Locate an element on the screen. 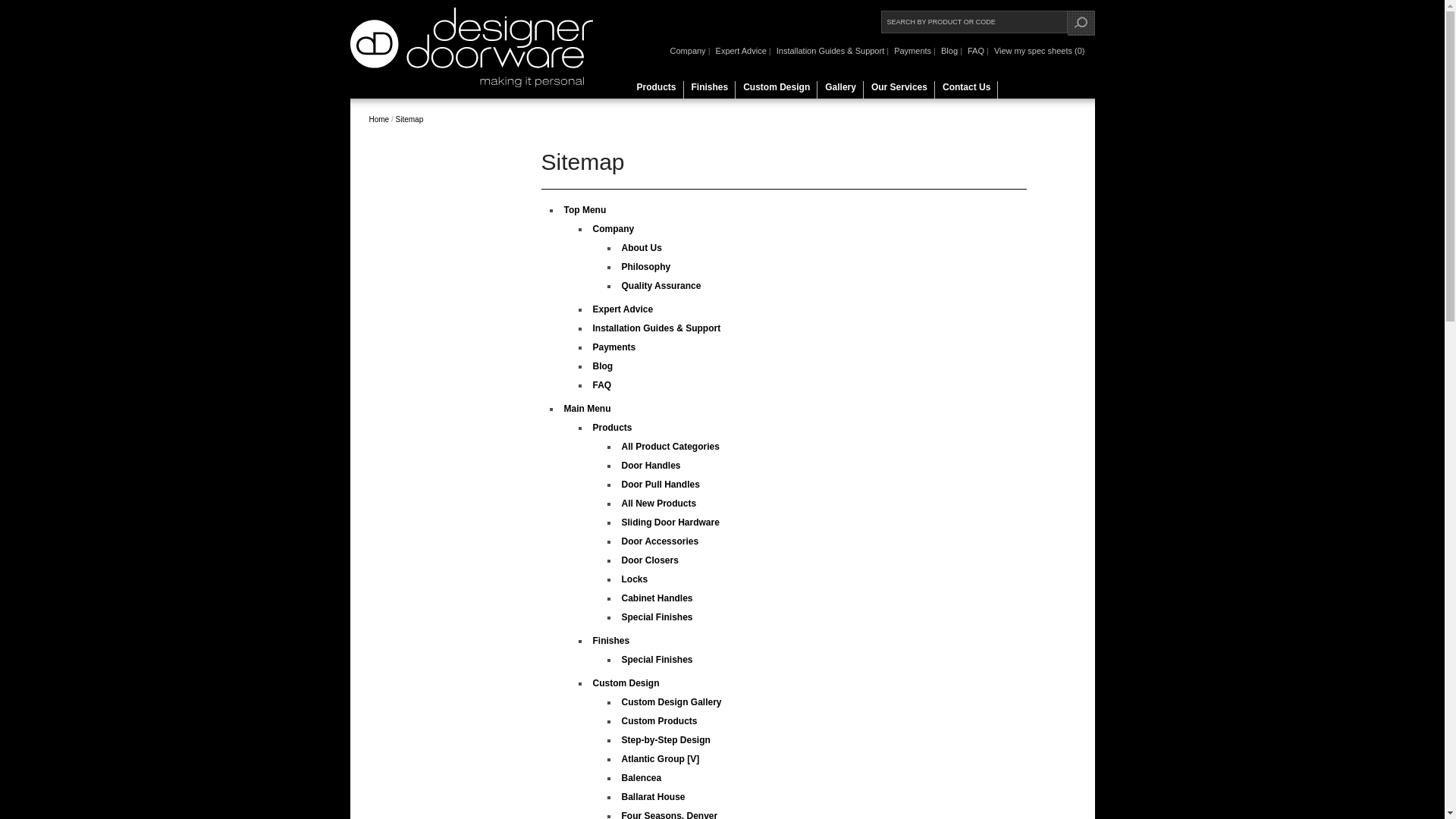 The height and width of the screenshot is (819, 1456). 'Philosophy' is located at coordinates (646, 265).